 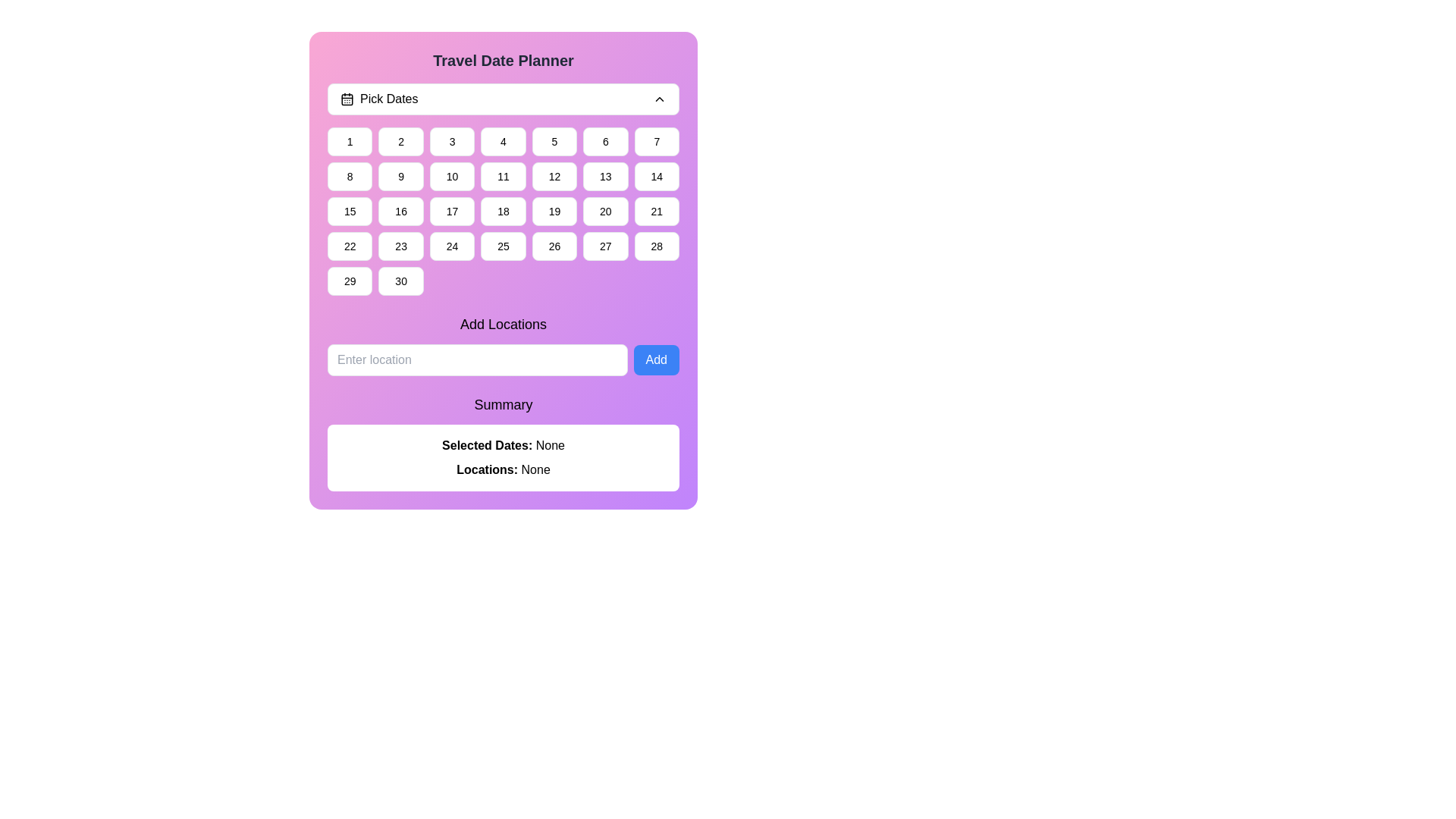 I want to click on the selectable date button '19' in the date-picker interface of the 'Travel Date Planner', so click(x=553, y=211).